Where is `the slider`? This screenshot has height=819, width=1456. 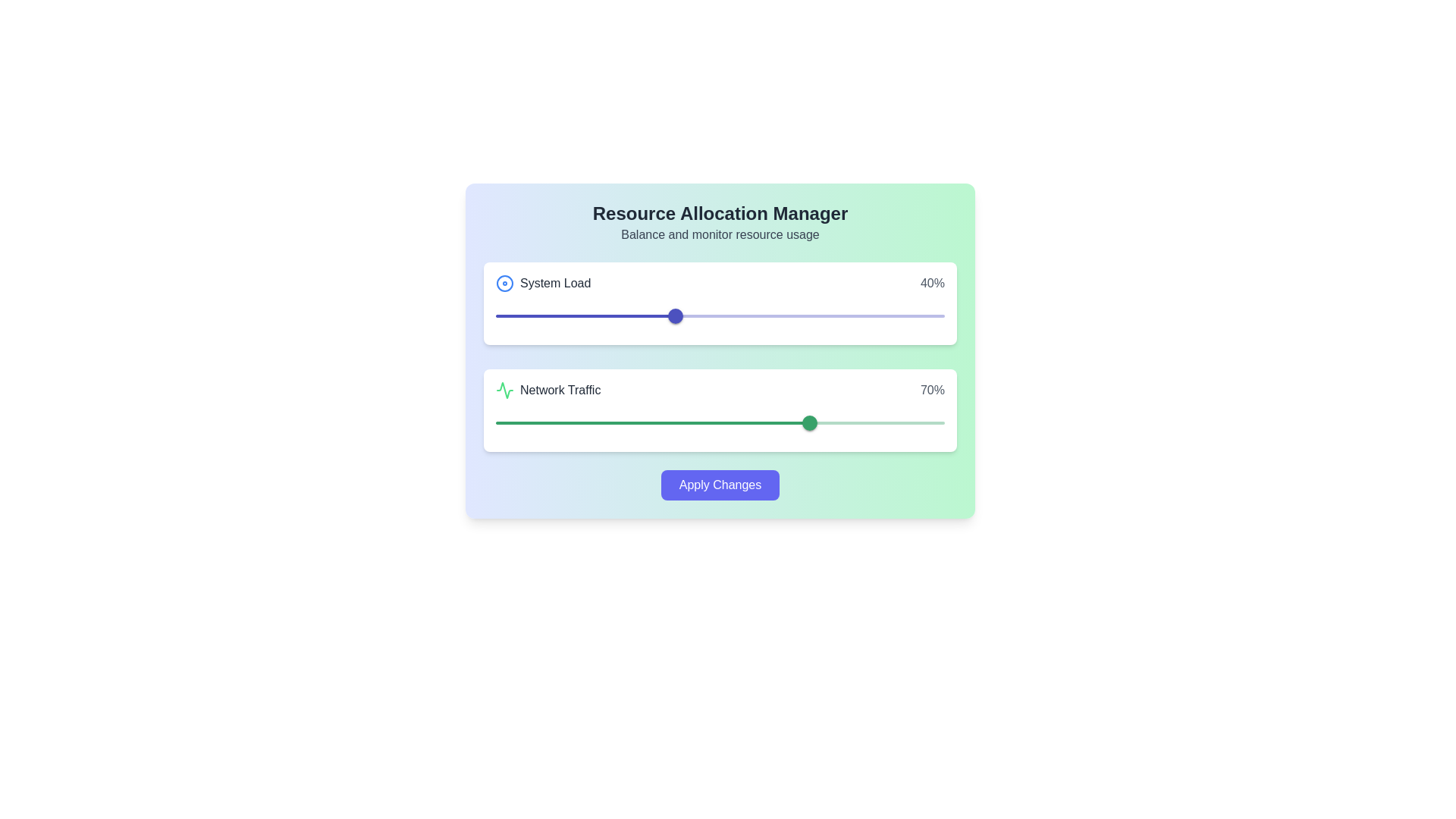 the slider is located at coordinates (721, 423).